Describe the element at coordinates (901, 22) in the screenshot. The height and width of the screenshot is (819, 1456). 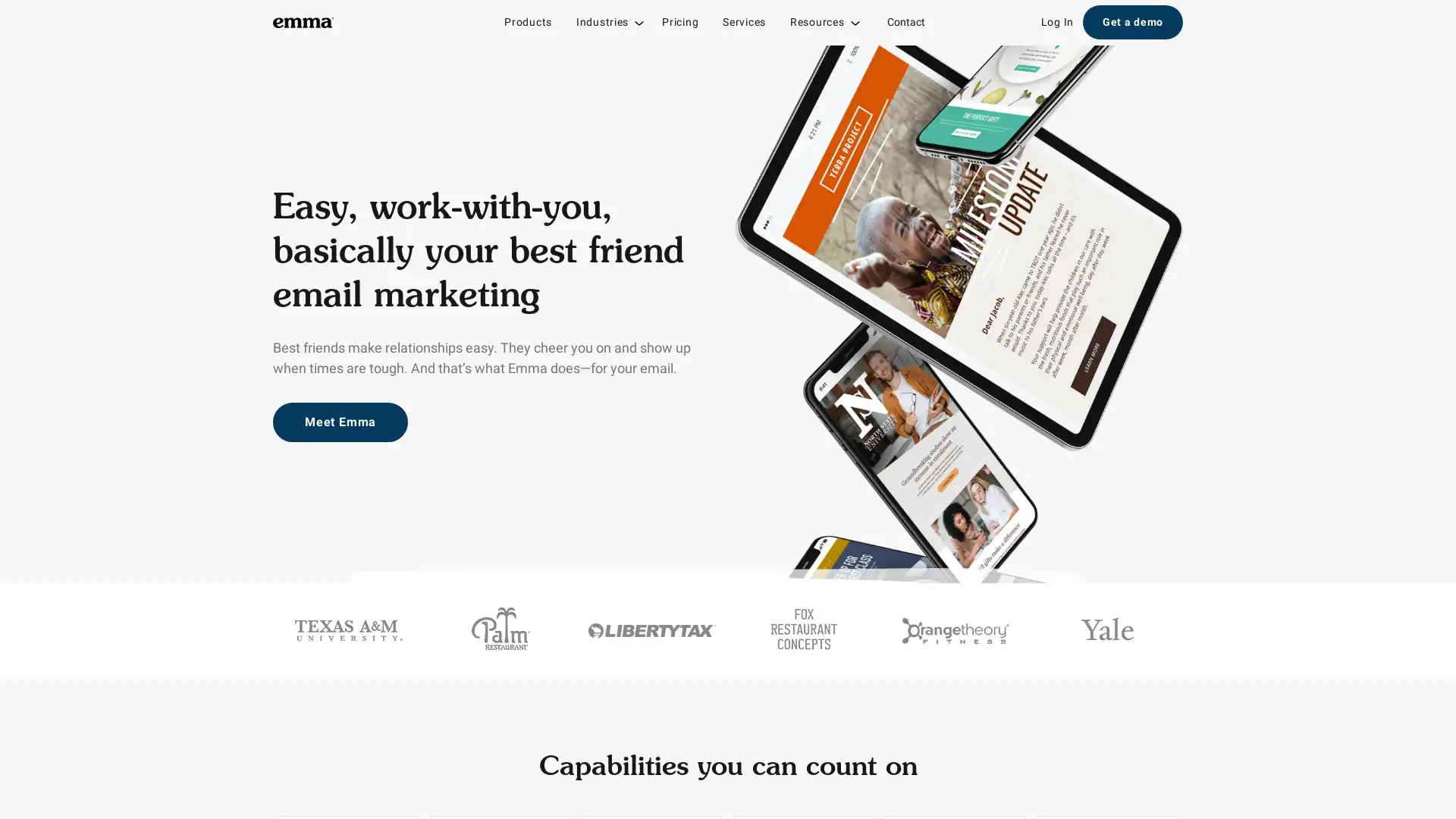
I see `Contact` at that location.